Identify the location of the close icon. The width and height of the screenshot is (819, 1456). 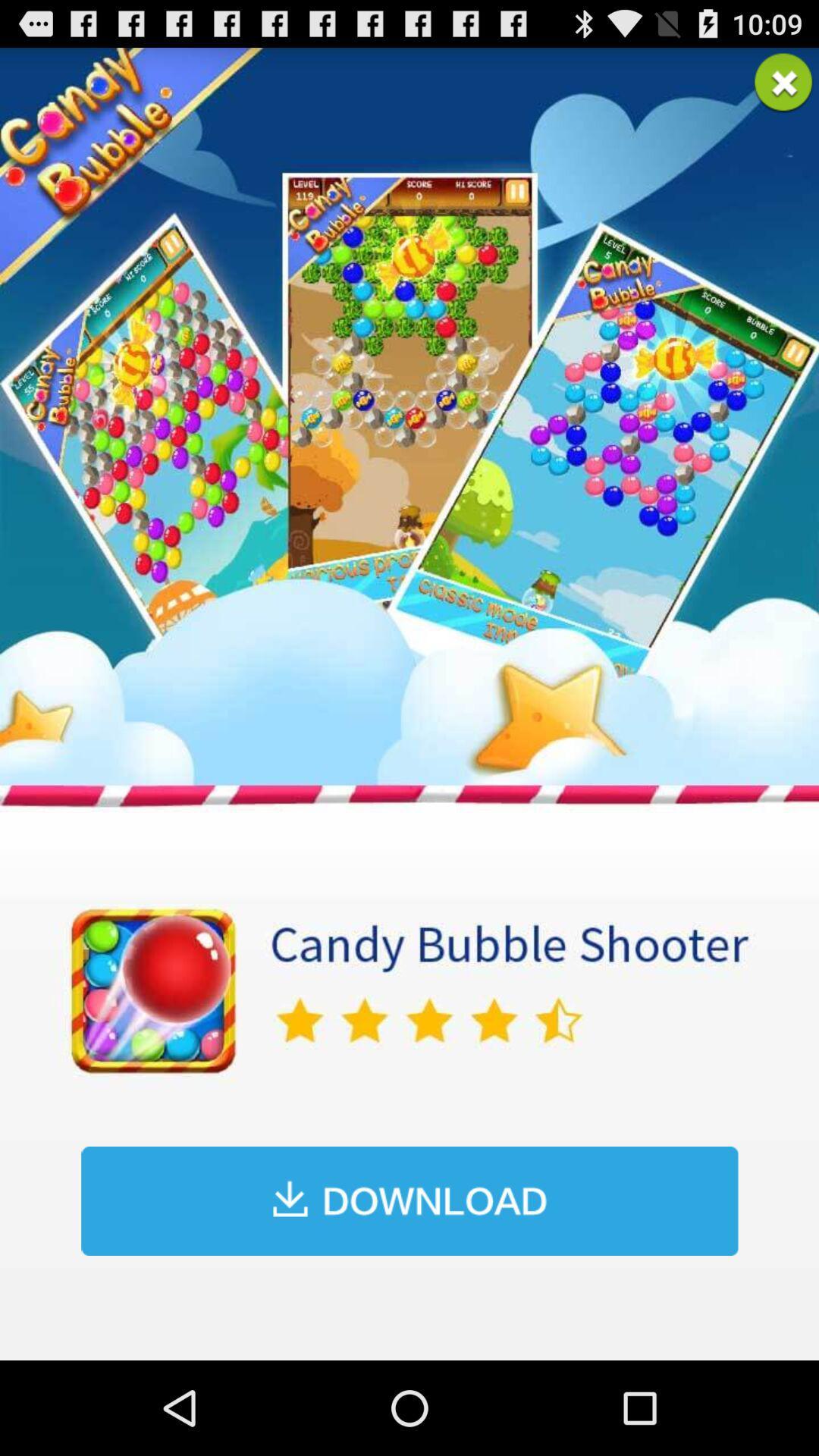
(783, 88).